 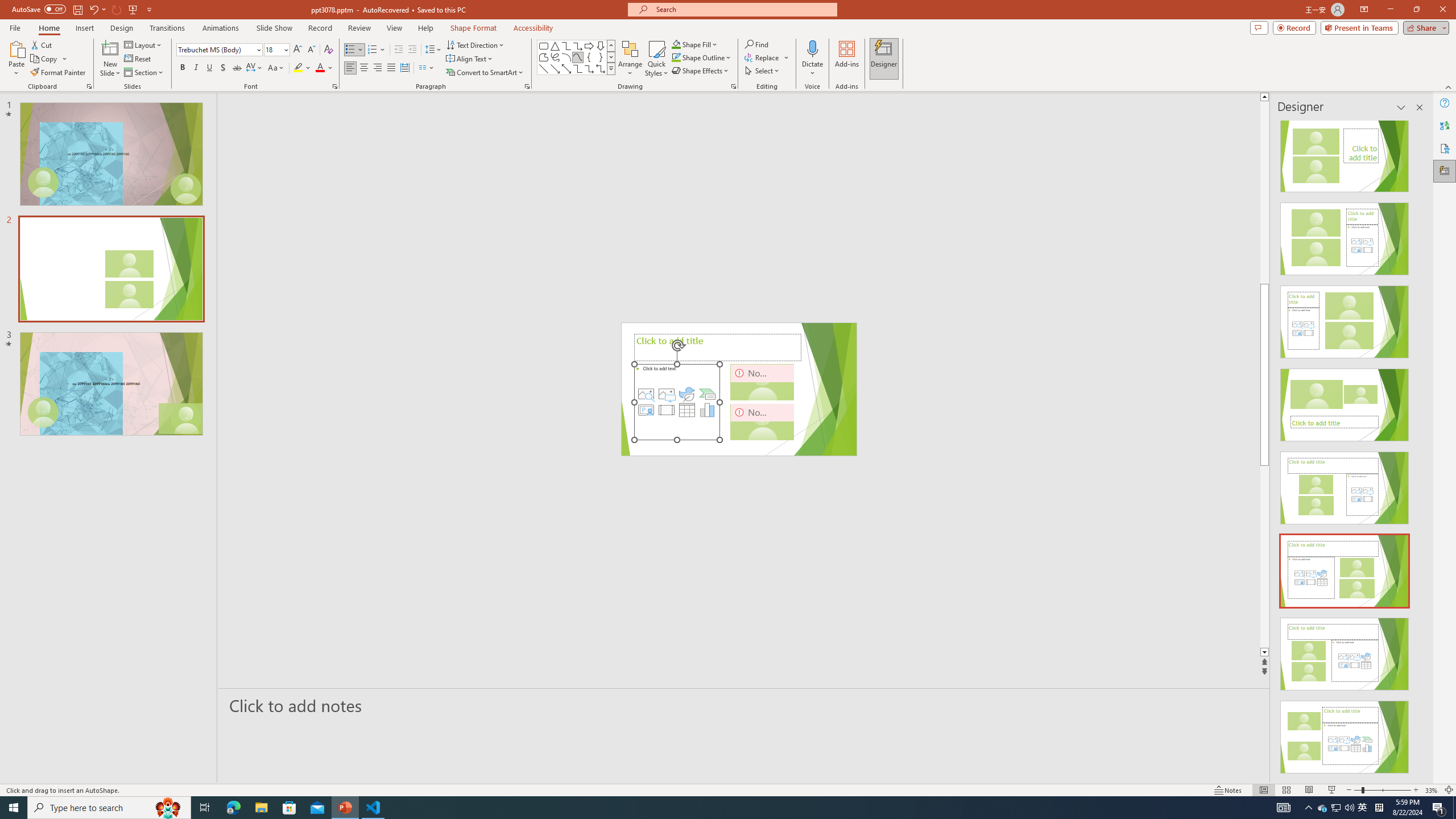 What do you see at coordinates (676, 56) in the screenshot?
I see `'Shape Outline Green, Accent 1'` at bounding box center [676, 56].